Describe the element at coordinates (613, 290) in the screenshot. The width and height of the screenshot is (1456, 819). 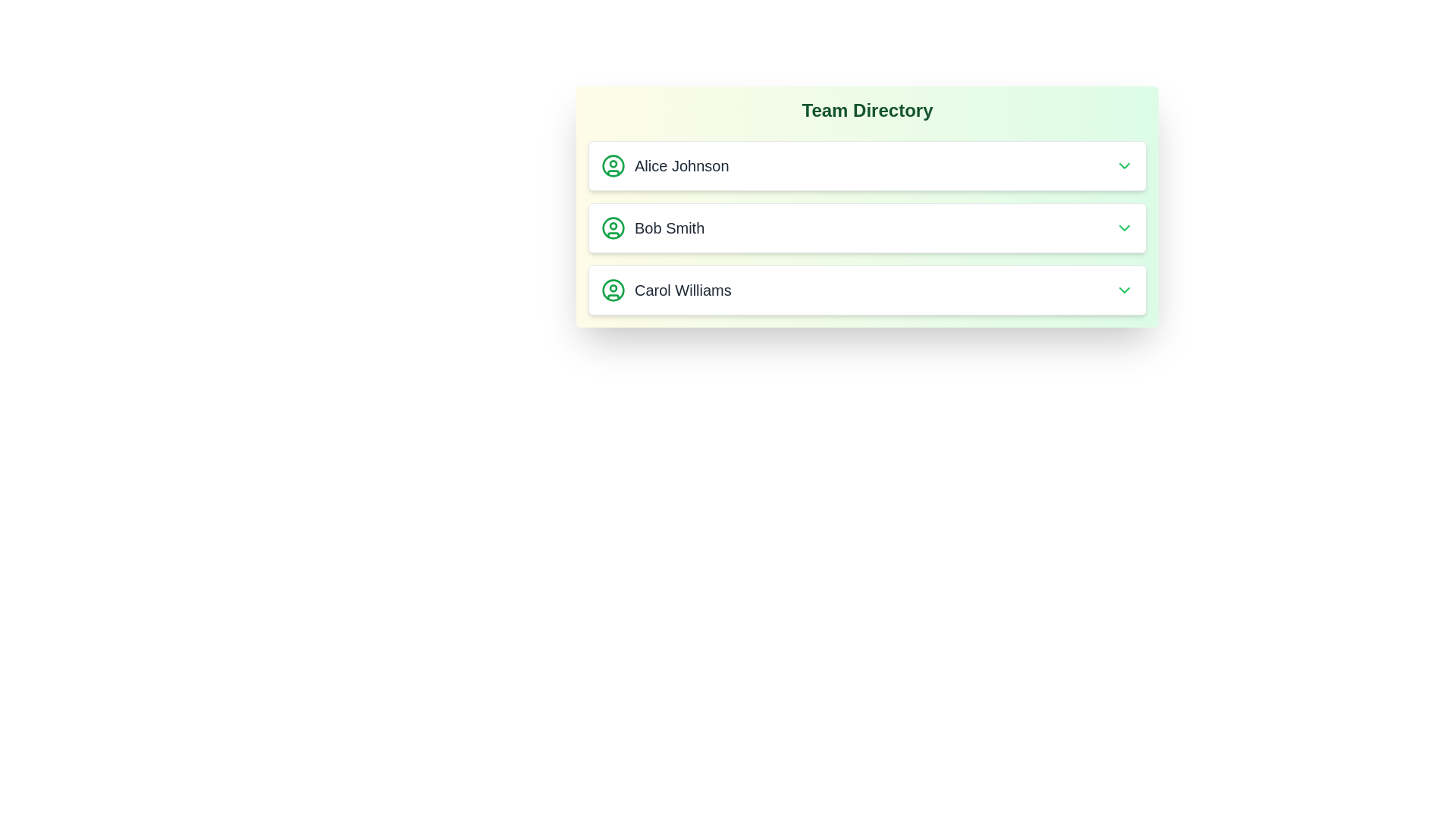
I see `the user icon for Carol Williams` at that location.